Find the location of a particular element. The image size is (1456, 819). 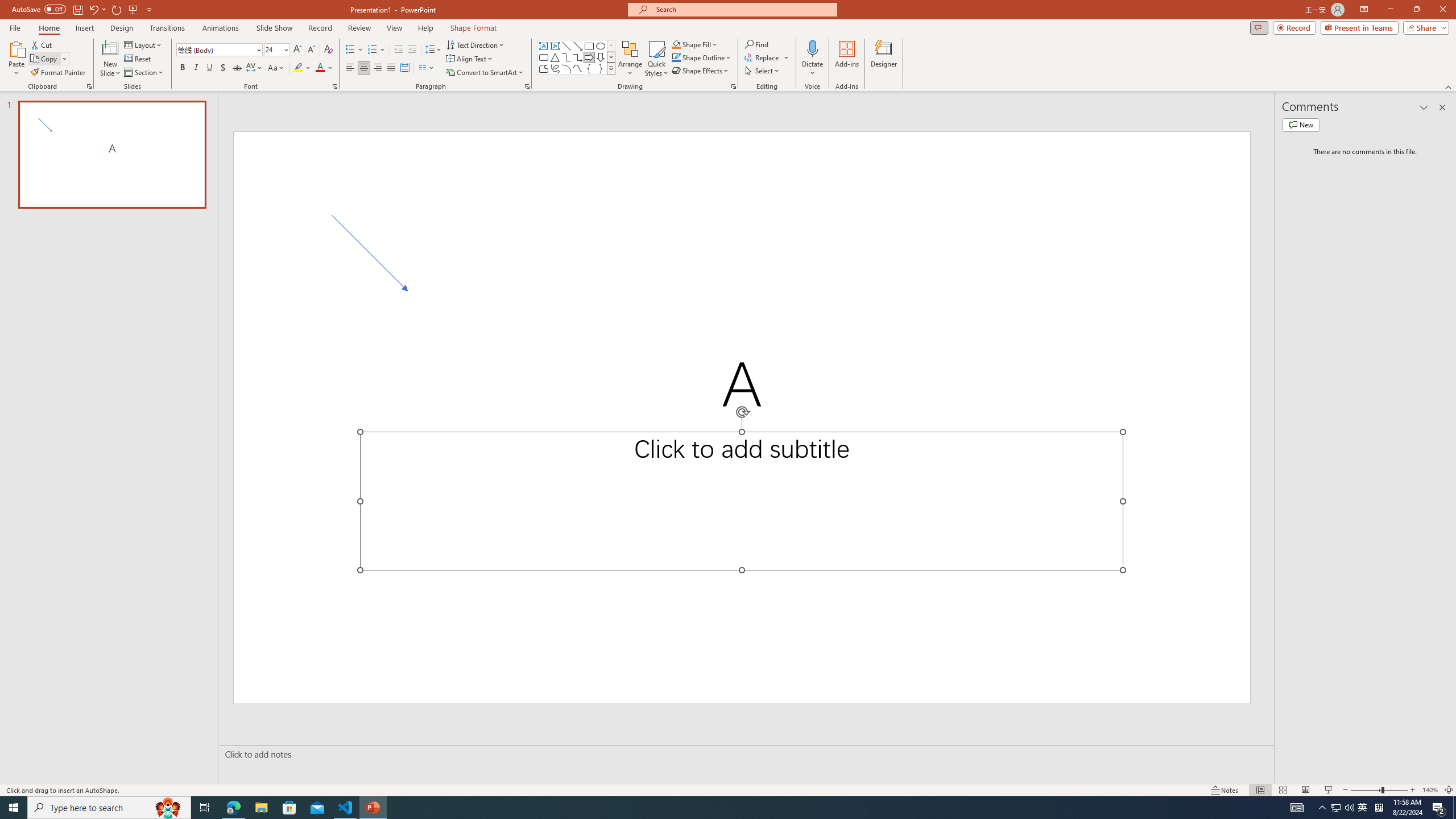

'New comment' is located at coordinates (1300, 124).